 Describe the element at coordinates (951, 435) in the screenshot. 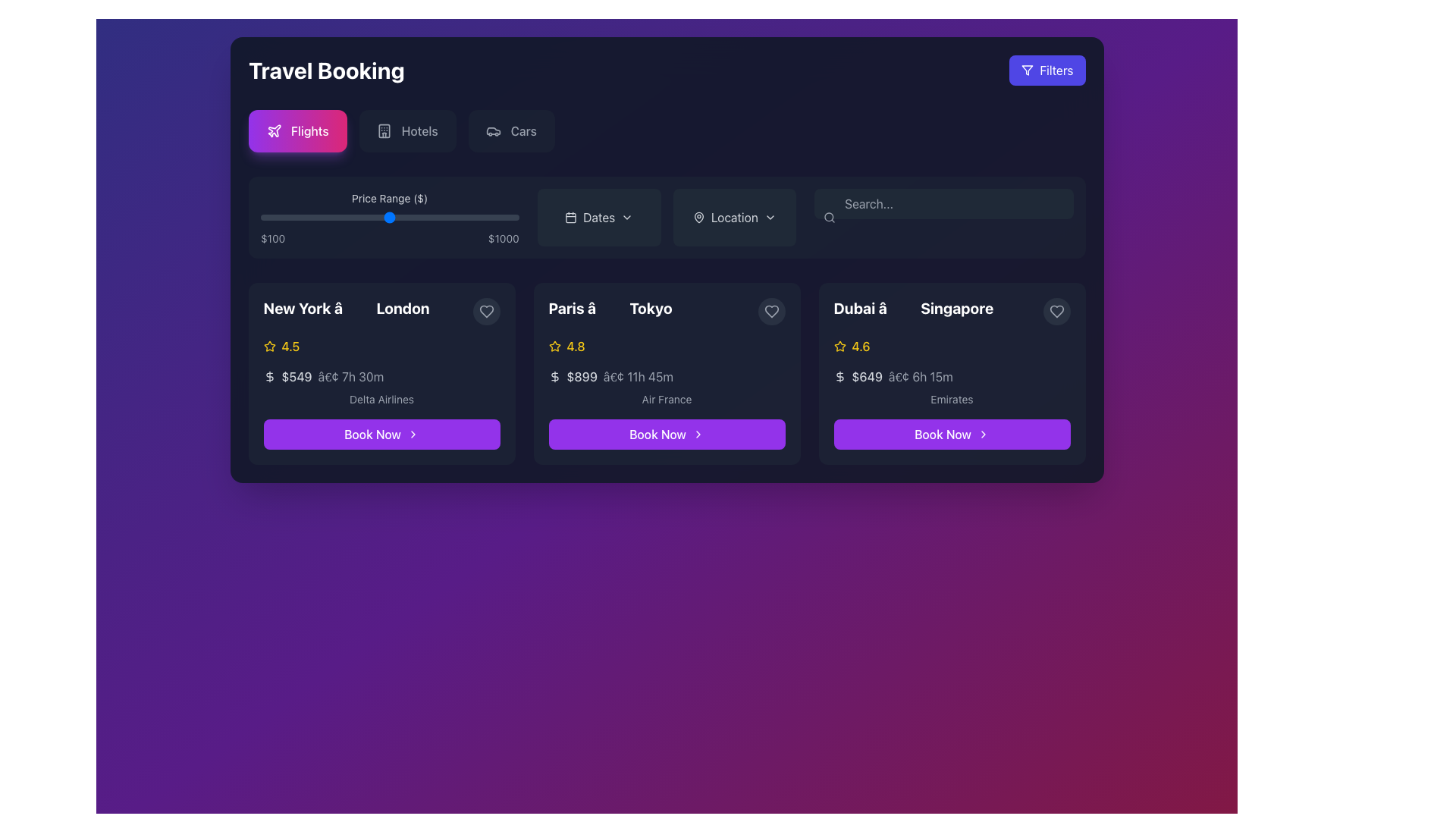

I see `the booking button located at the bottom of the Dubai to Singapore flight section to initiate the booking process` at that location.